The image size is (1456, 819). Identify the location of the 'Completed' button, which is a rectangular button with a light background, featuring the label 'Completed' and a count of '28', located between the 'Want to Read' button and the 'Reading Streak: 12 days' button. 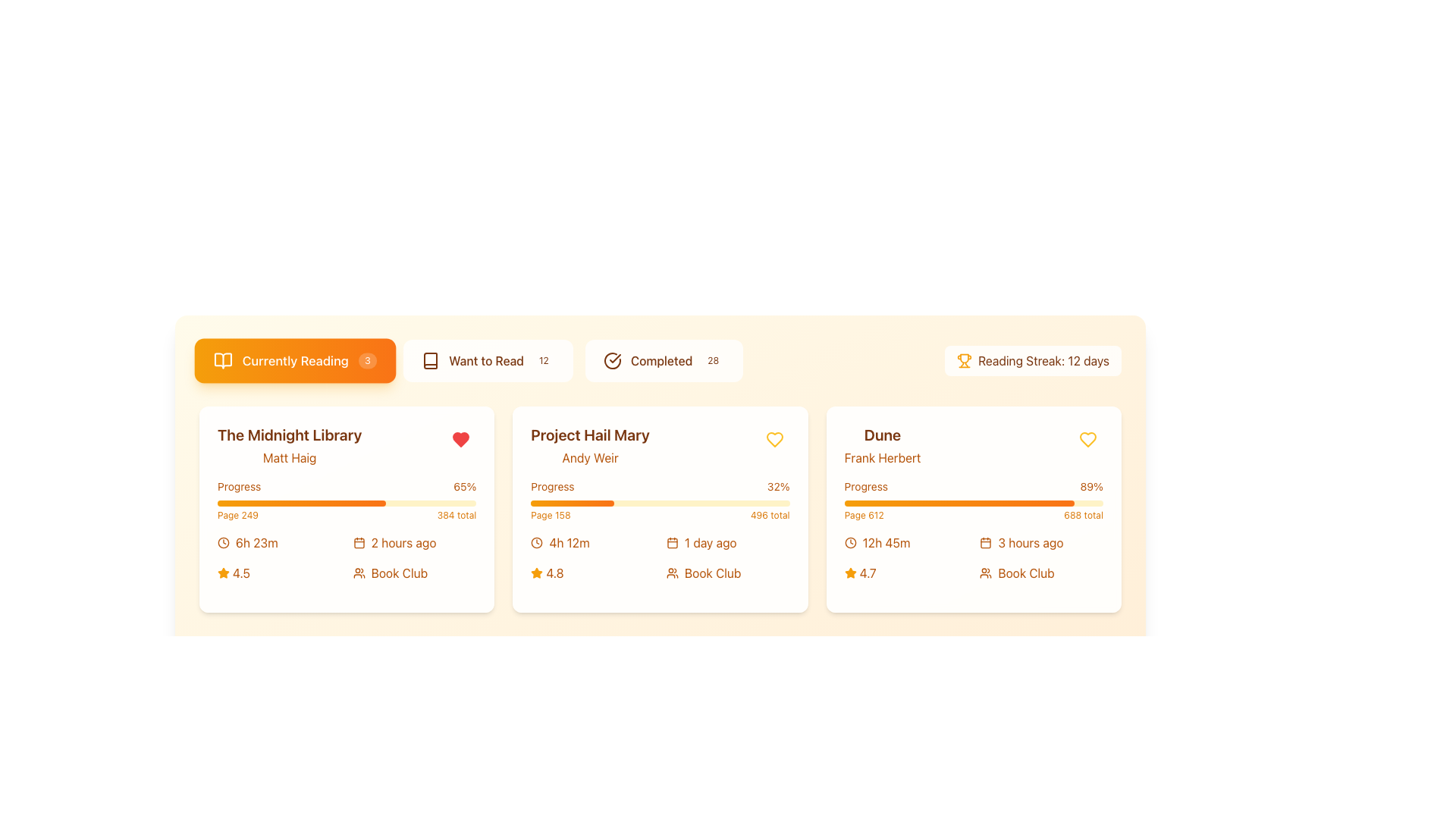
(664, 360).